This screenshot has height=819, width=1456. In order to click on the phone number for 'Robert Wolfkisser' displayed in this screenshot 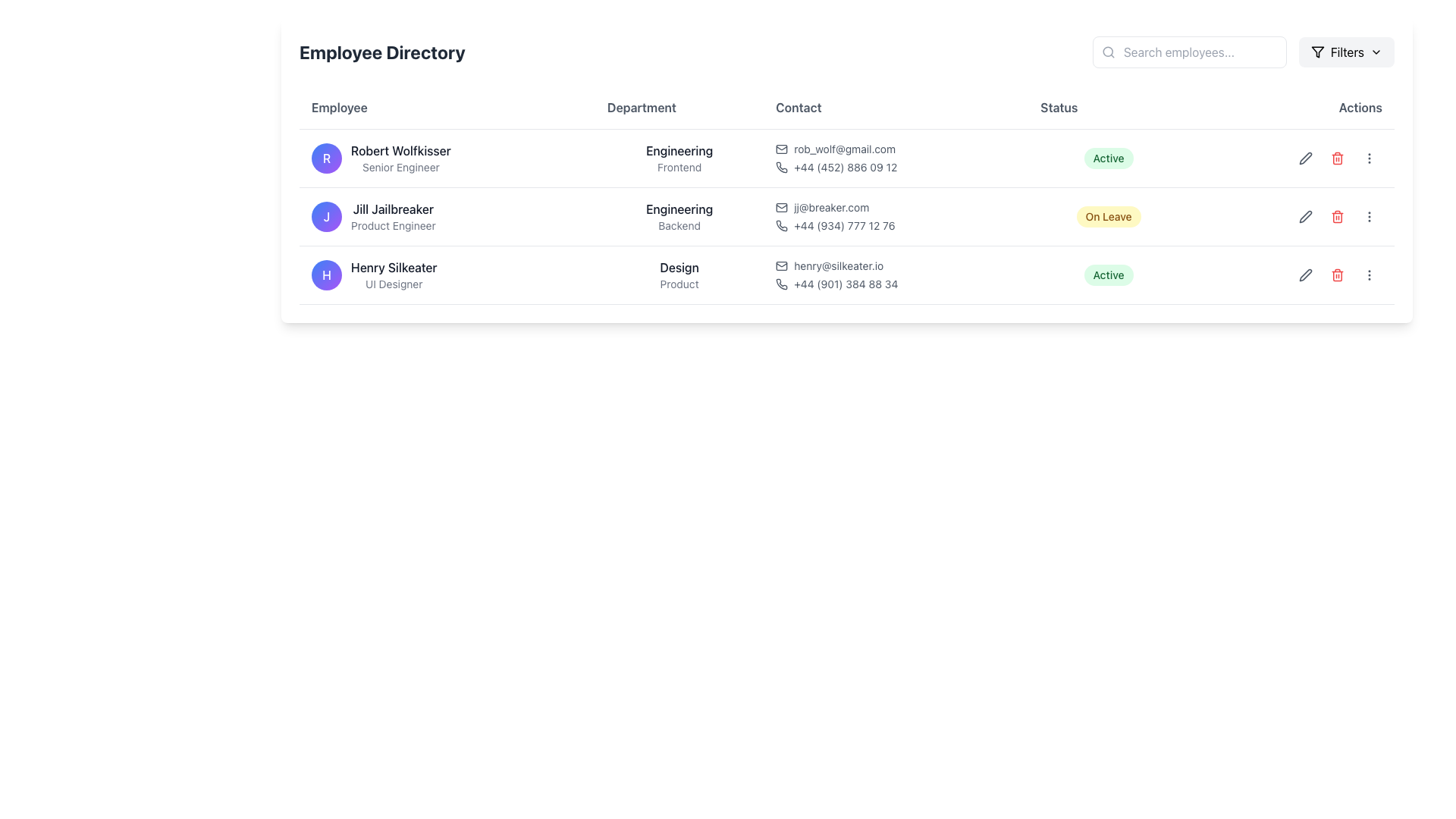, I will do `click(845, 167)`.